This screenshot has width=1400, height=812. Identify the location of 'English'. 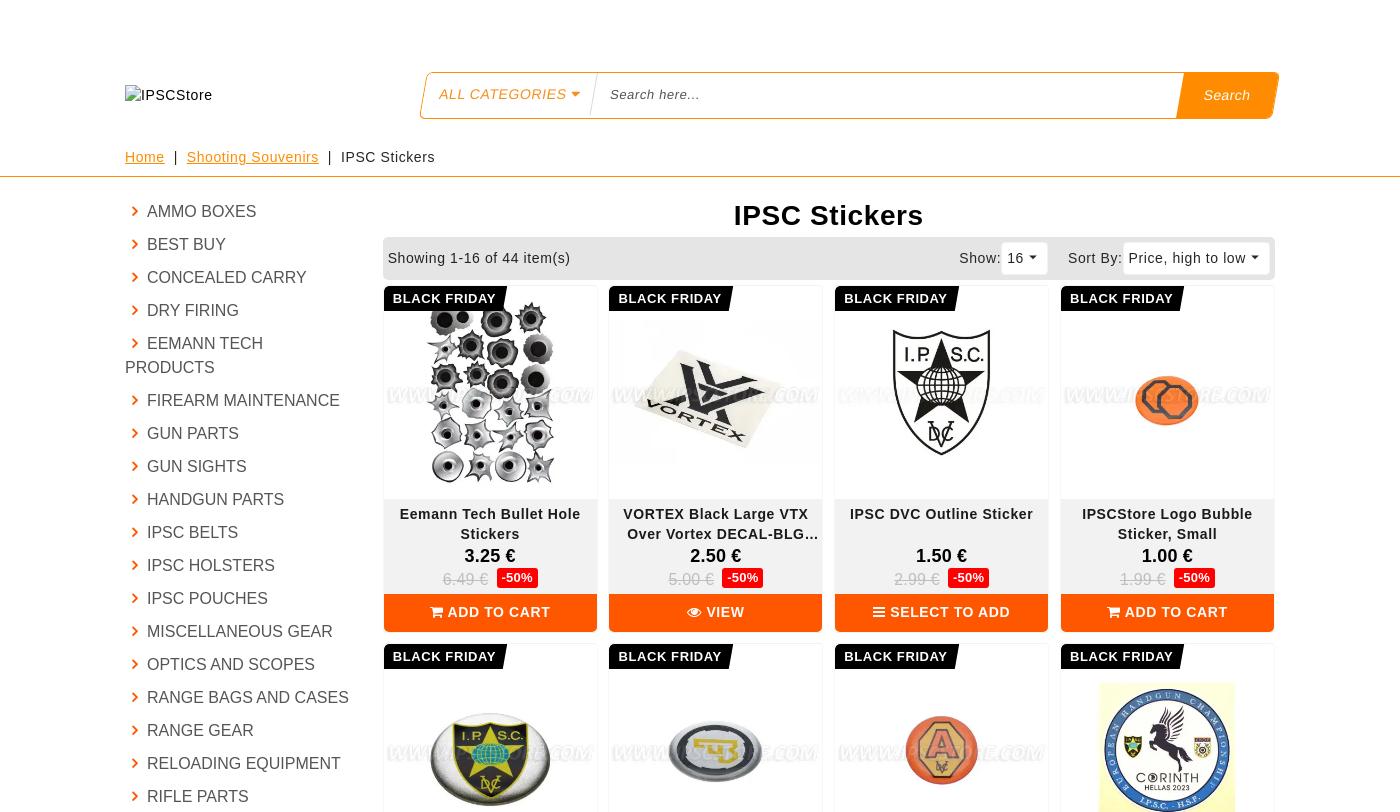
(1036, 22).